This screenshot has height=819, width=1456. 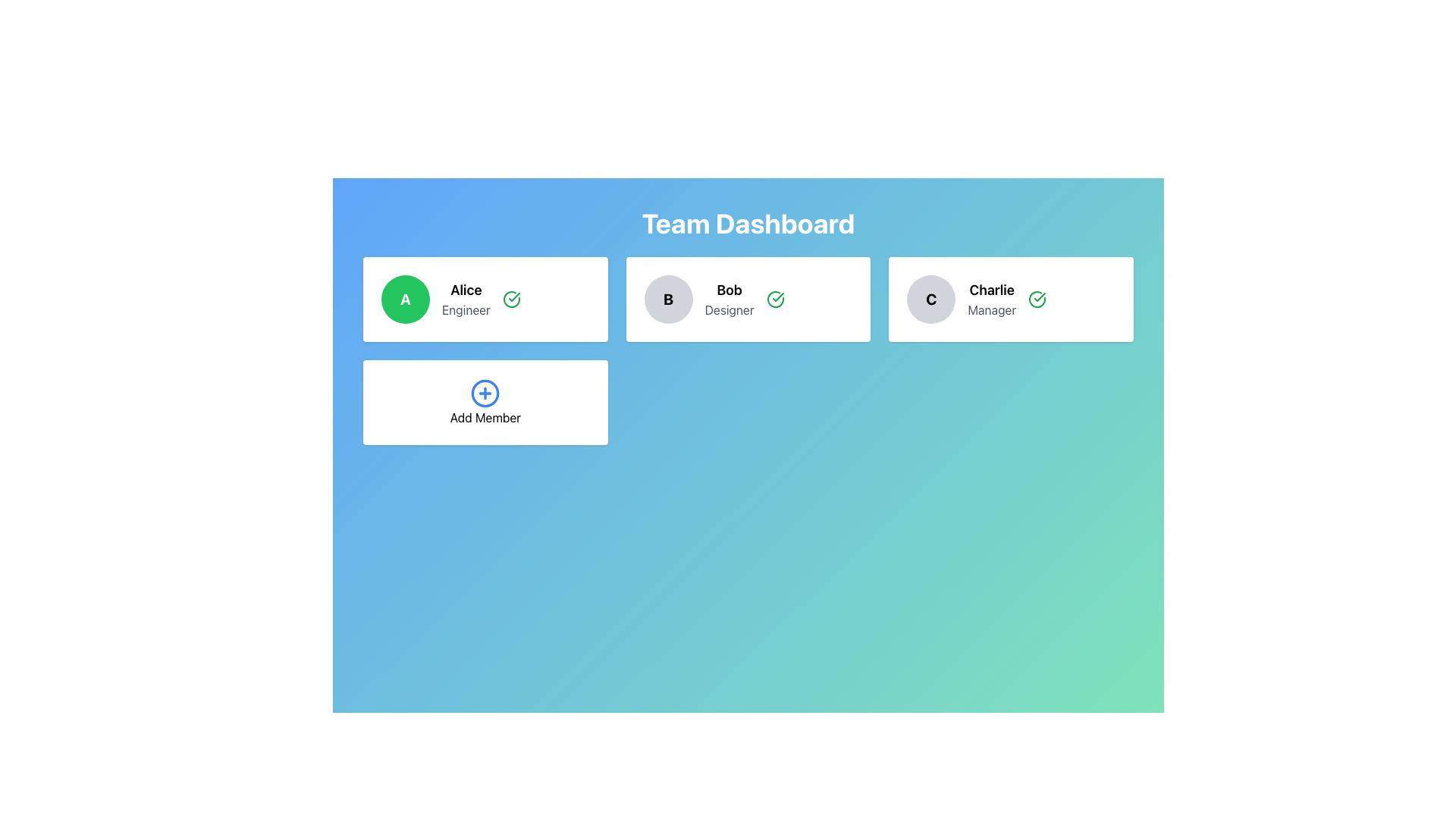 I want to click on the verification icon for the profile associated with 'Charlie', located next to the text 'Manager' in the third column of the grid layout, so click(x=1037, y=299).